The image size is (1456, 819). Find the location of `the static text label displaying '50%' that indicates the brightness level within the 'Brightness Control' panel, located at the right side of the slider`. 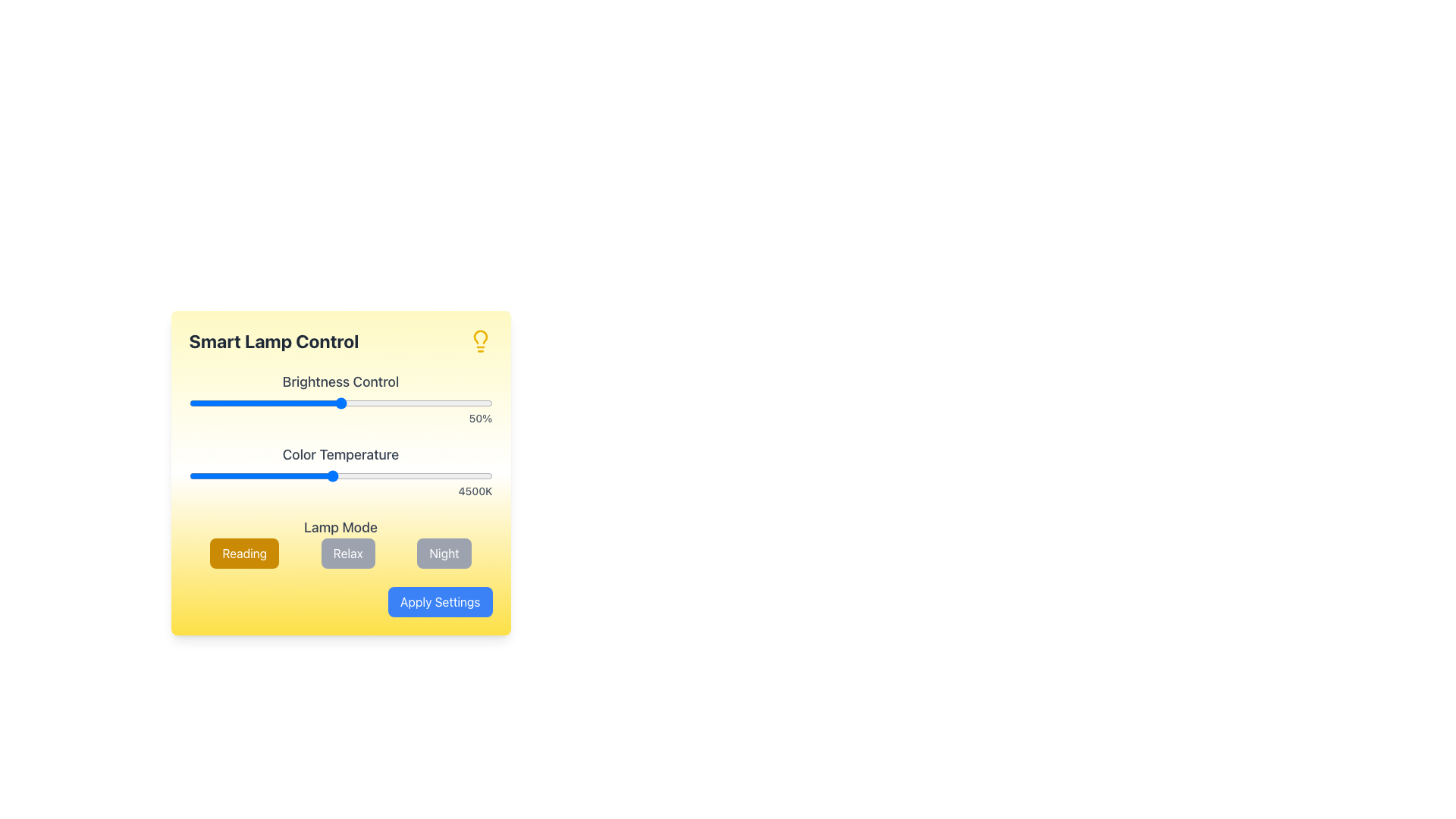

the static text label displaying '50%' that indicates the brightness level within the 'Brightness Control' panel, located at the right side of the slider is located at coordinates (340, 418).